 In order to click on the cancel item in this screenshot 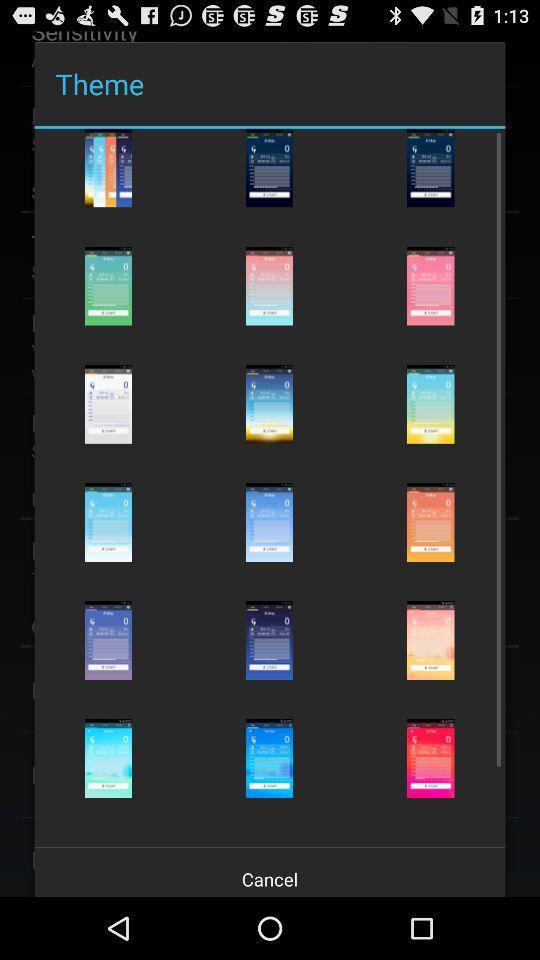, I will do `click(270, 871)`.